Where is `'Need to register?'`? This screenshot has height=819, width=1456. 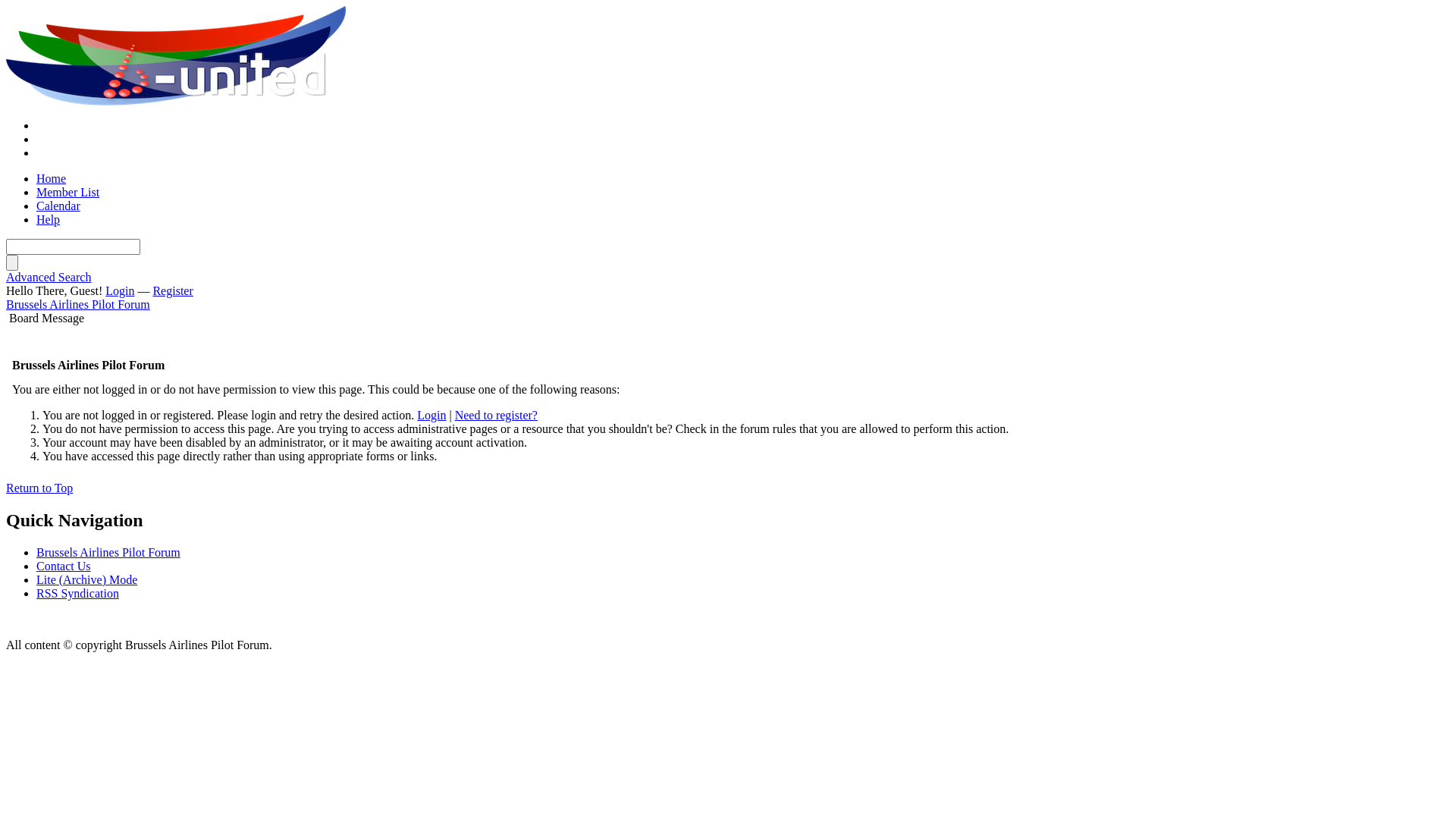
'Need to register?' is located at coordinates (496, 415).